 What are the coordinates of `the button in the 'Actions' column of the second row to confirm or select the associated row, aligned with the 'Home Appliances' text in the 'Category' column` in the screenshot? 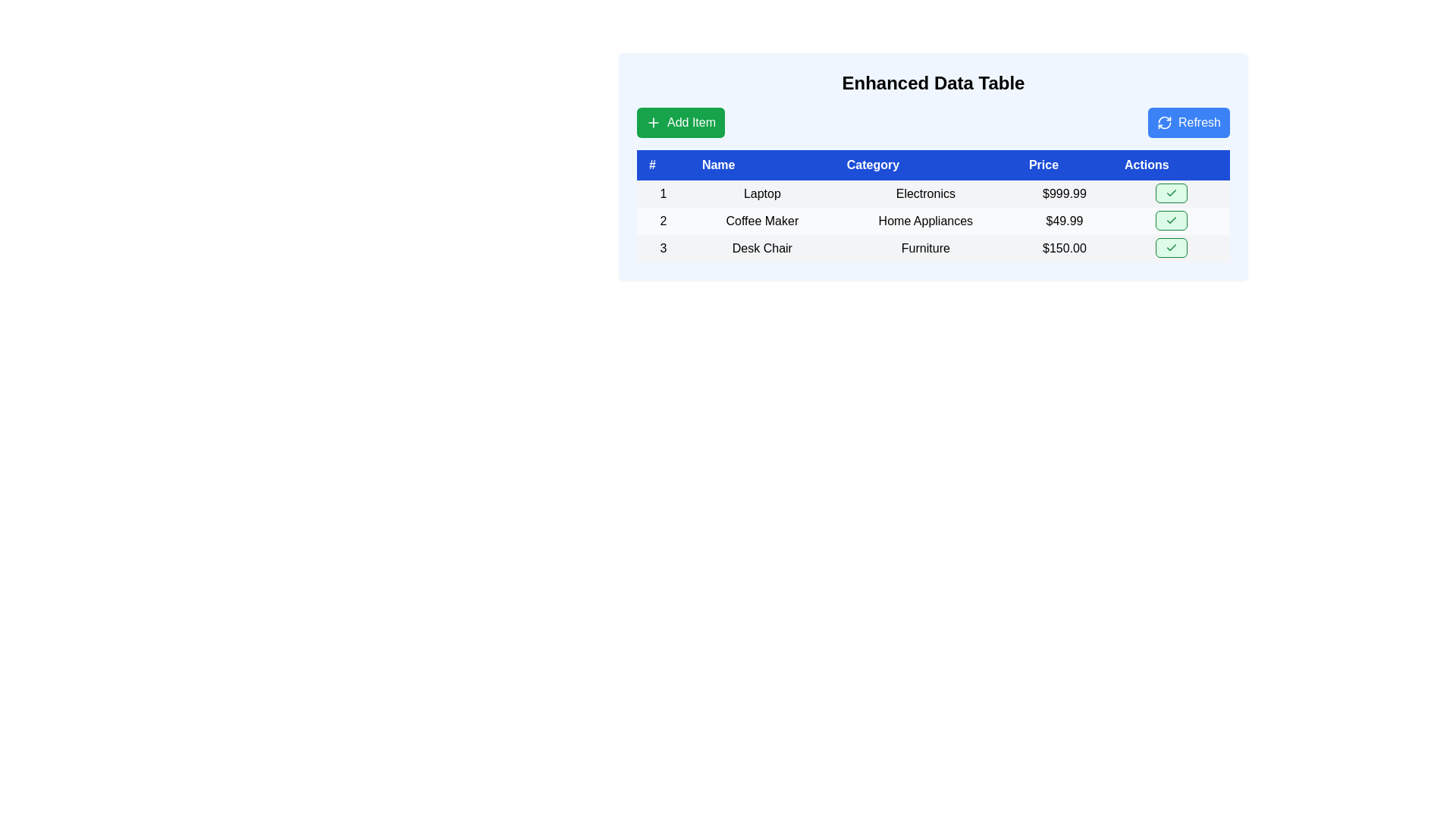 It's located at (1170, 220).